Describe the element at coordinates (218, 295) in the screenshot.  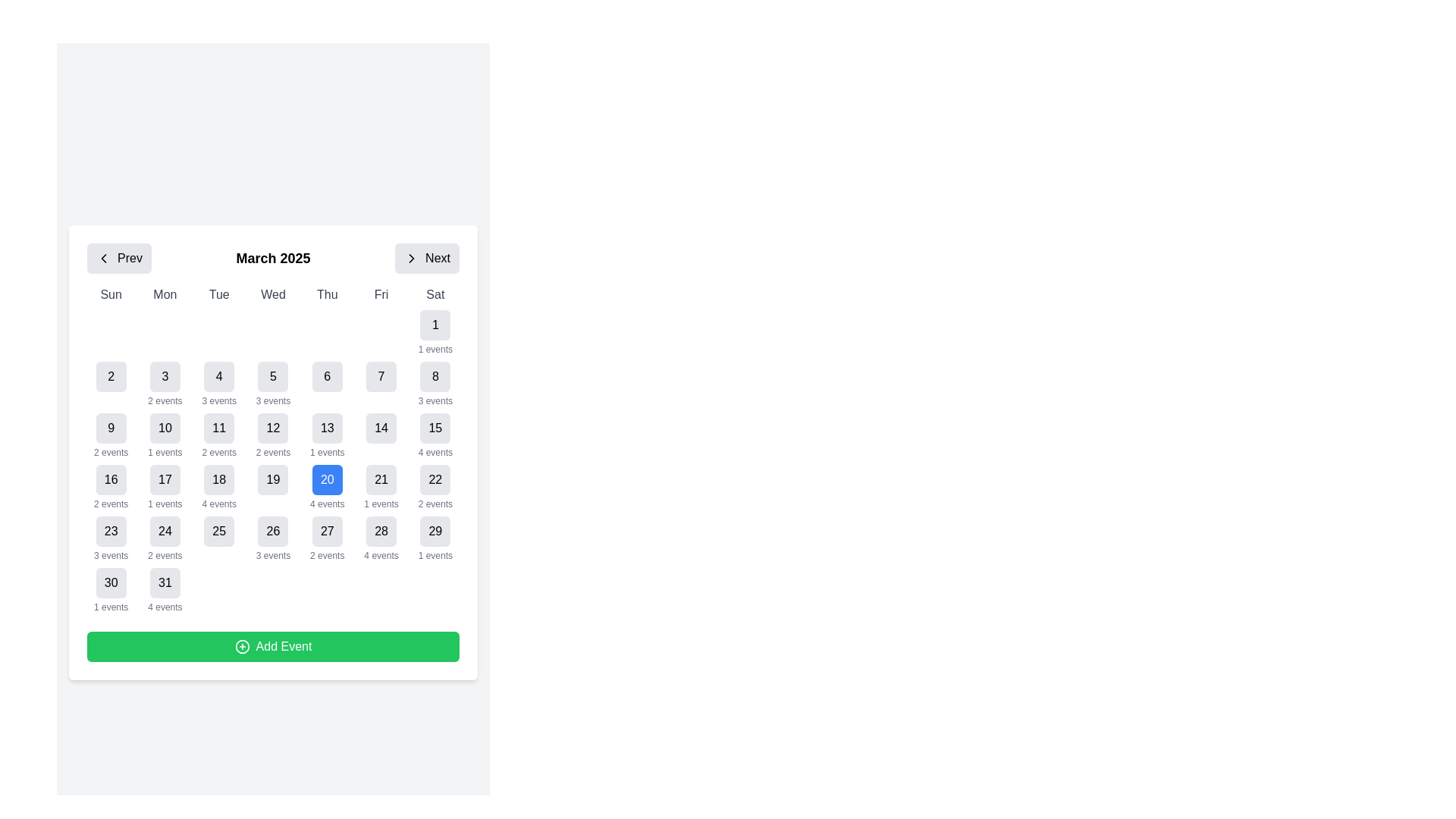
I see `the text label displaying 'Tue' in the first row of the grid layout for the calendar, which indicates Tuesday` at that location.